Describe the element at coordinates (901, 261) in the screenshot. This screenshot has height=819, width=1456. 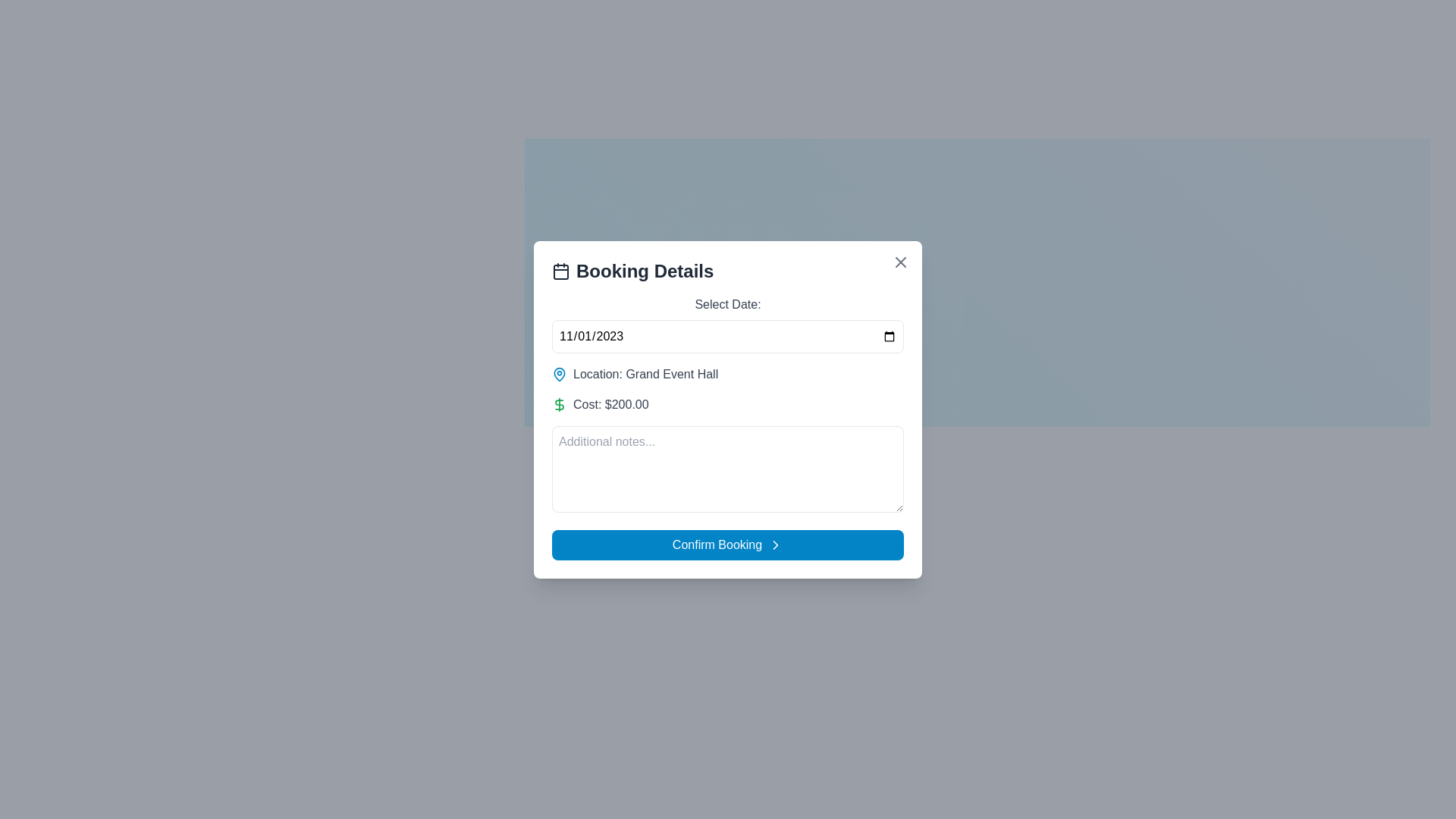
I see `the close button depicted by a gray 'X' icon located at the top-right corner of the modal window` at that location.